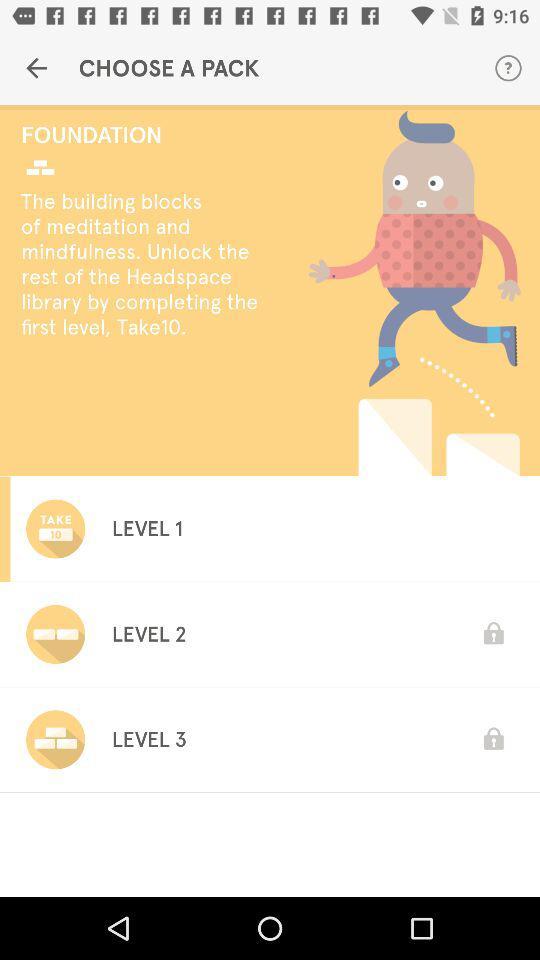 The width and height of the screenshot is (540, 960). What do you see at coordinates (148, 633) in the screenshot?
I see `level 2` at bounding box center [148, 633].